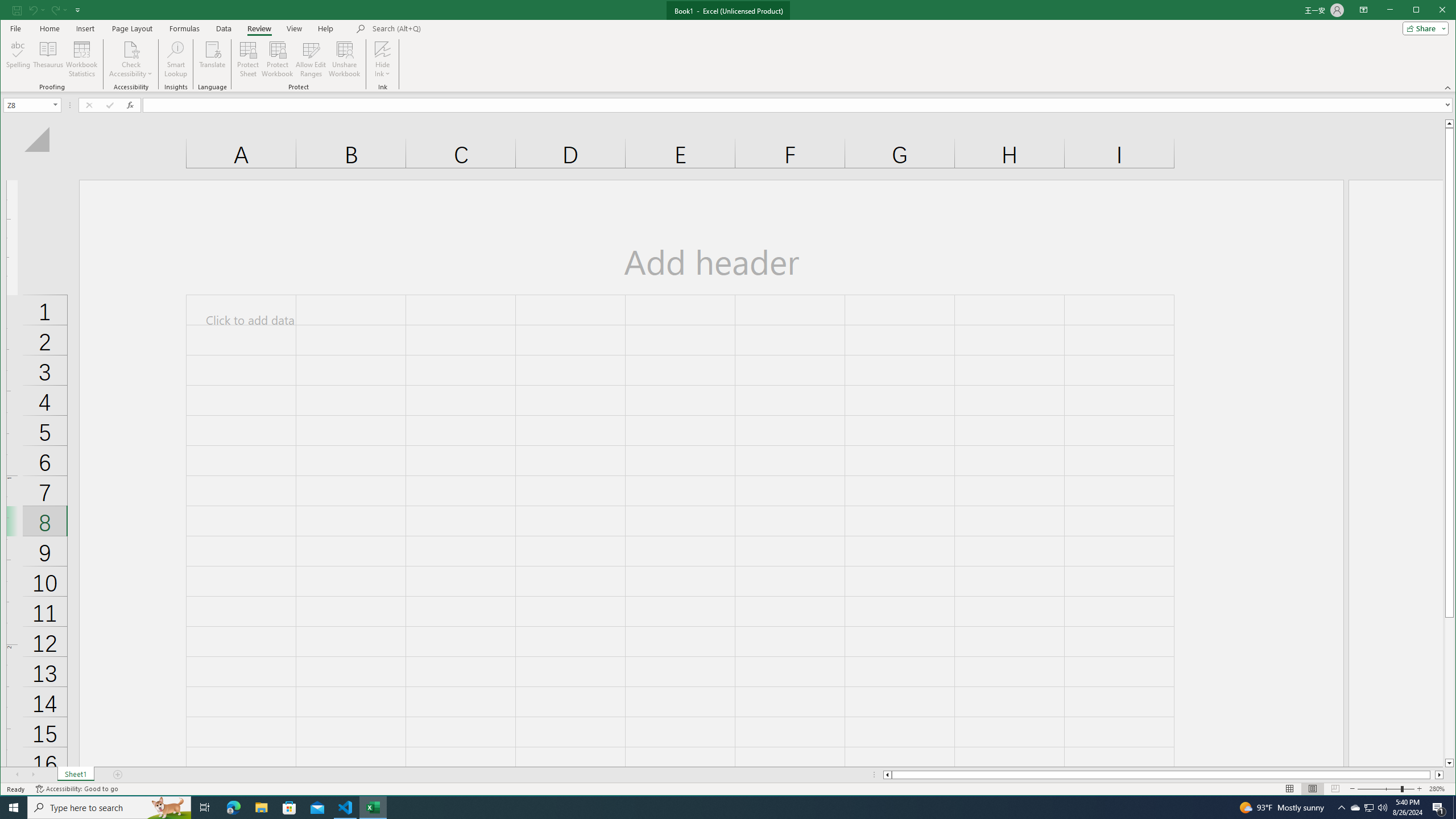  Describe the element at coordinates (260, 806) in the screenshot. I see `'File Explorer'` at that location.